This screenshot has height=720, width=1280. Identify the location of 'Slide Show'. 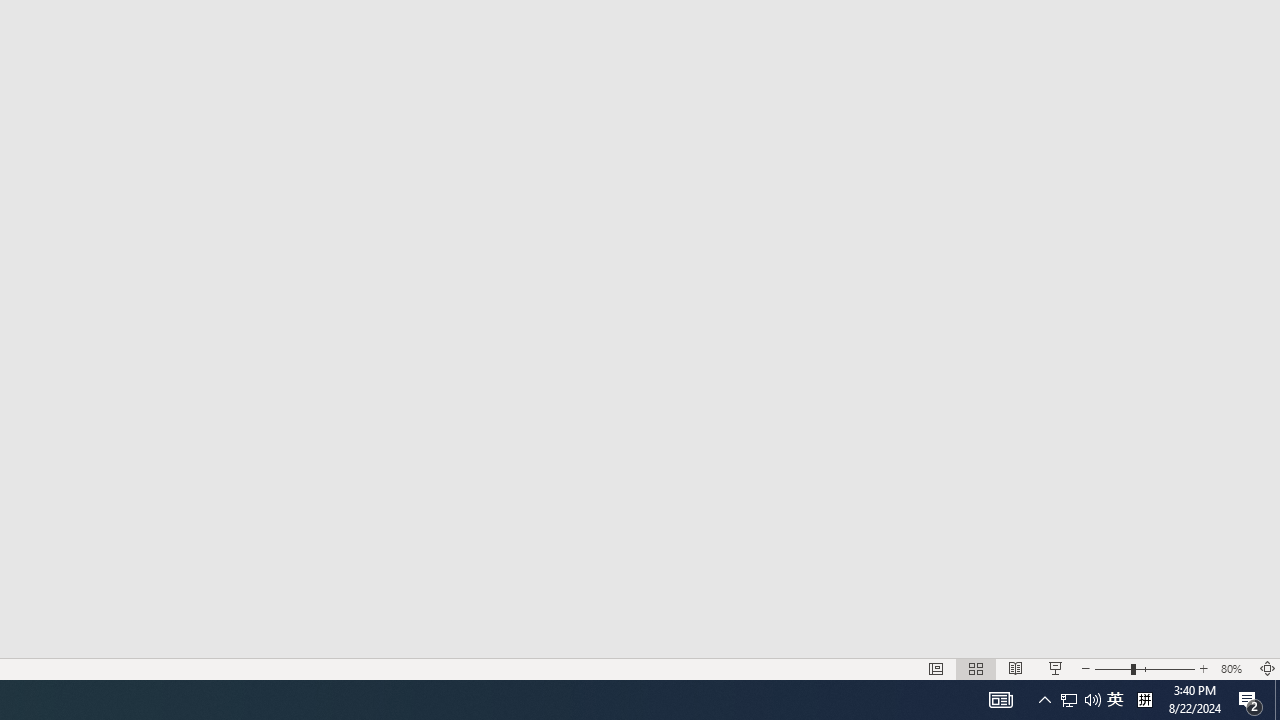
(1068, 698).